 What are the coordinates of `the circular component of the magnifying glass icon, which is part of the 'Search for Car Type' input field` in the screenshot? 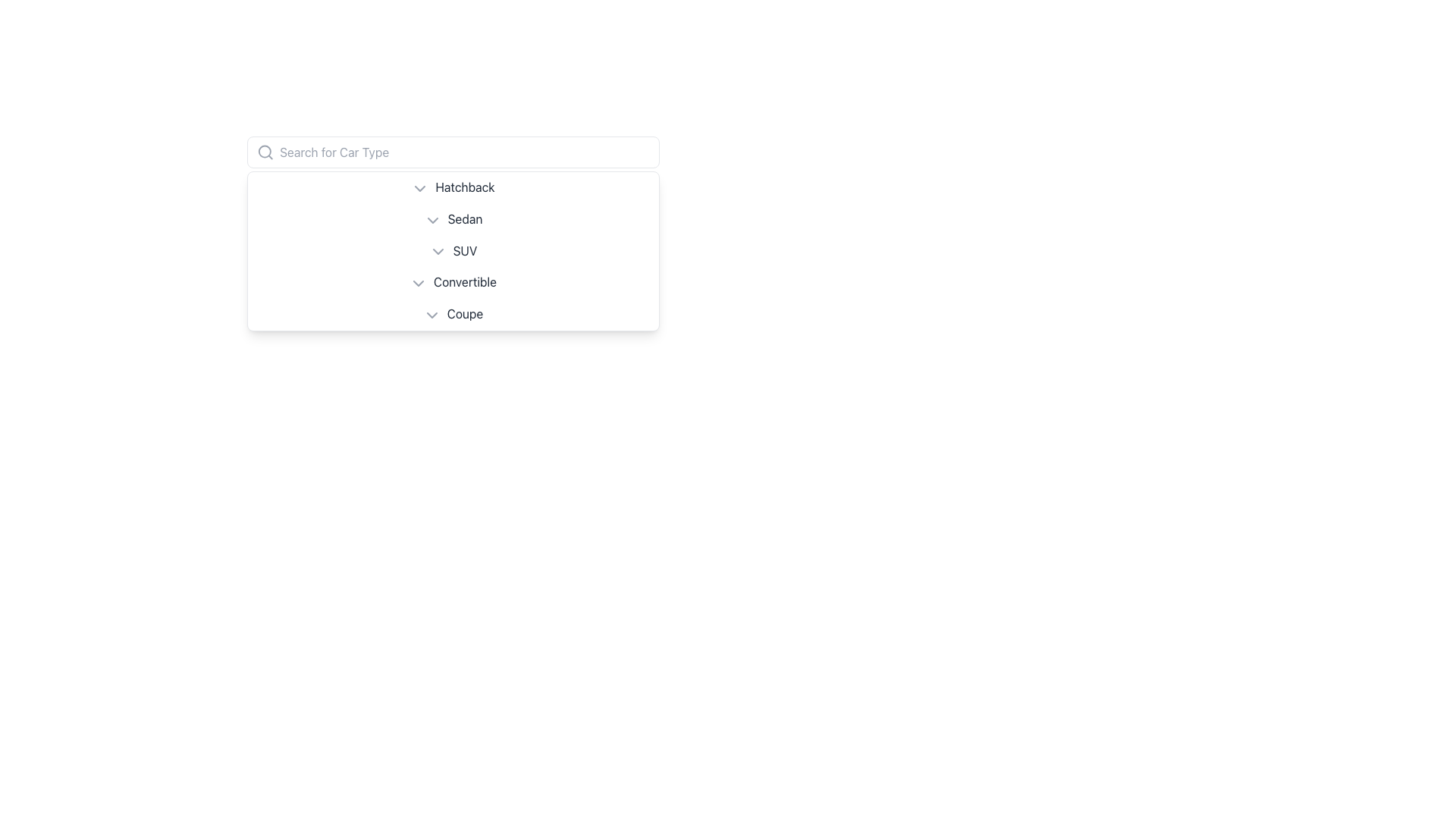 It's located at (264, 152).